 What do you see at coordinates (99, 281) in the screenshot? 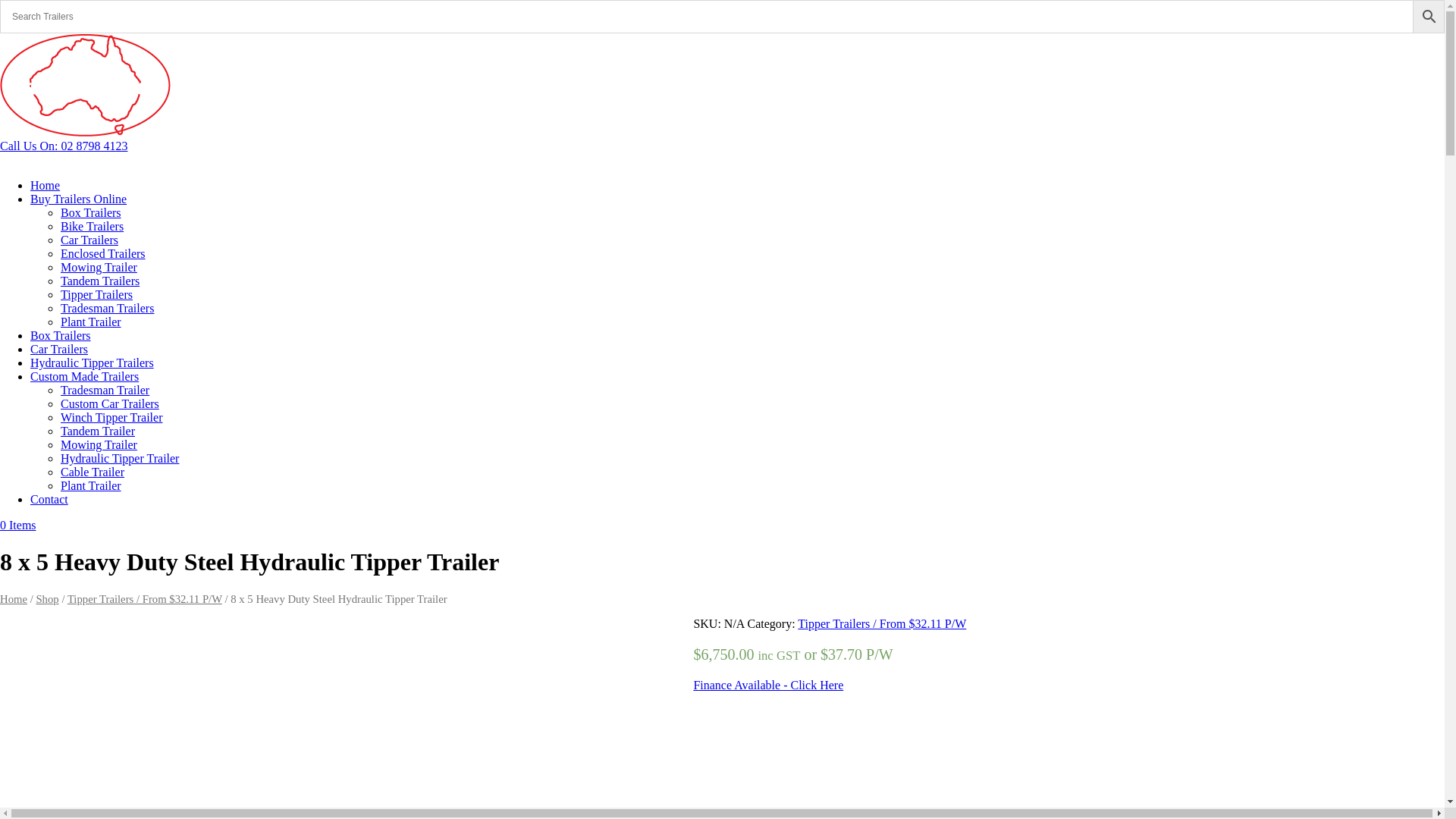
I see `'Tandem Trailers'` at bounding box center [99, 281].